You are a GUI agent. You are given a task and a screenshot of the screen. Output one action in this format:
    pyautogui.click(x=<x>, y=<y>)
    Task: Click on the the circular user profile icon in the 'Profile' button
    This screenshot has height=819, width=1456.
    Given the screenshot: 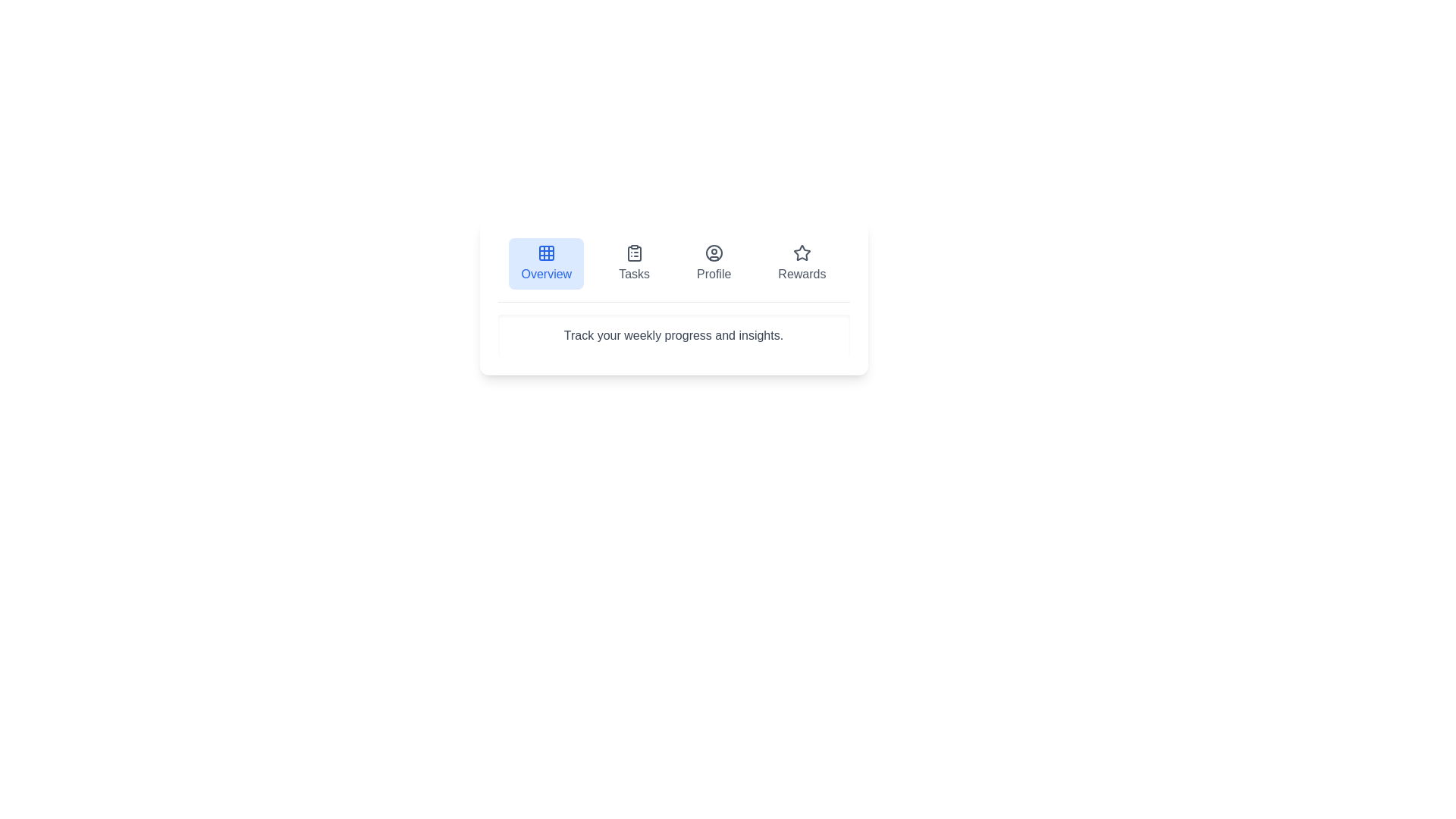 What is the action you would take?
    pyautogui.click(x=713, y=253)
    